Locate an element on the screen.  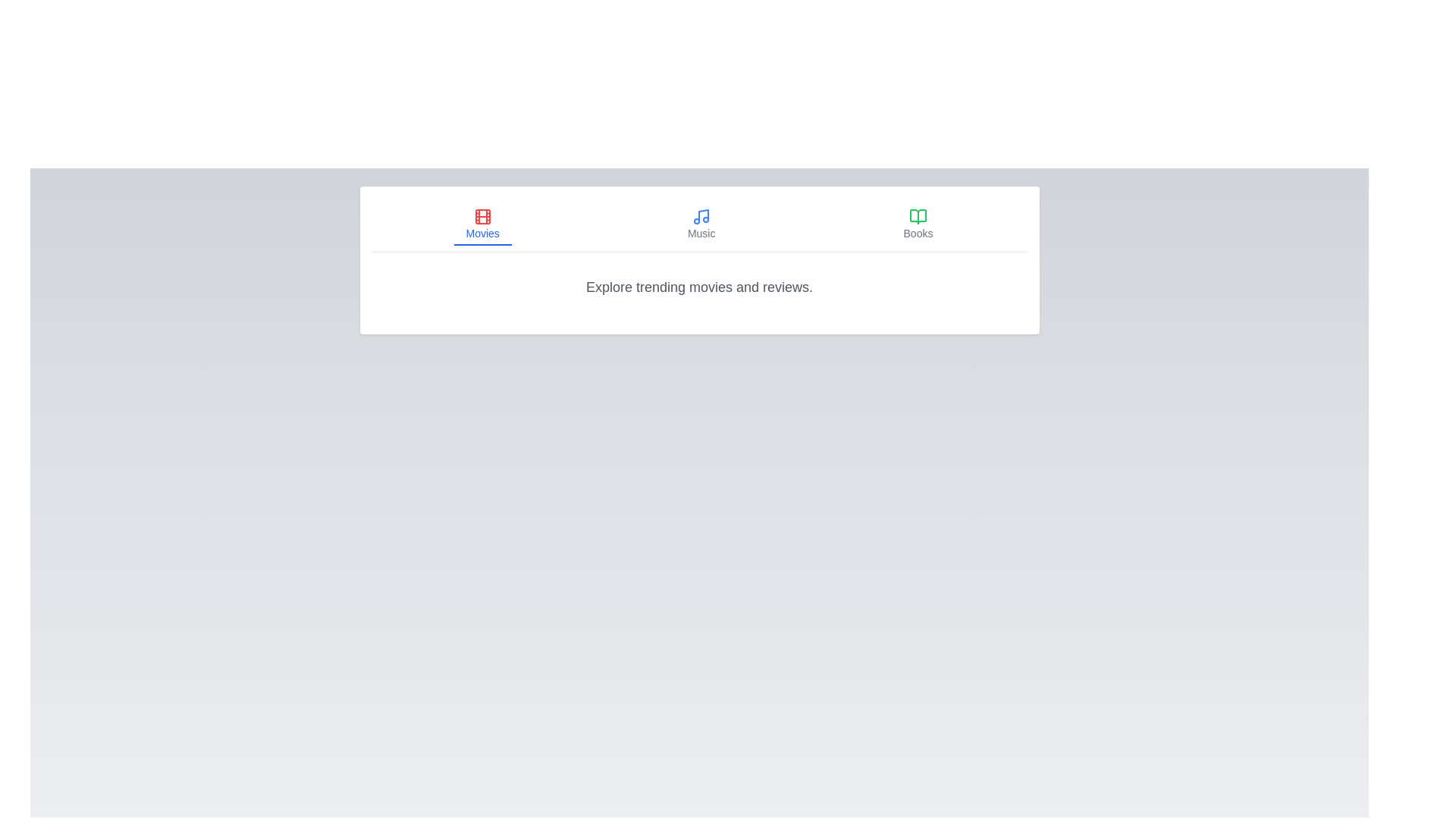
the tab labeled Music to view its content is located at coordinates (701, 225).